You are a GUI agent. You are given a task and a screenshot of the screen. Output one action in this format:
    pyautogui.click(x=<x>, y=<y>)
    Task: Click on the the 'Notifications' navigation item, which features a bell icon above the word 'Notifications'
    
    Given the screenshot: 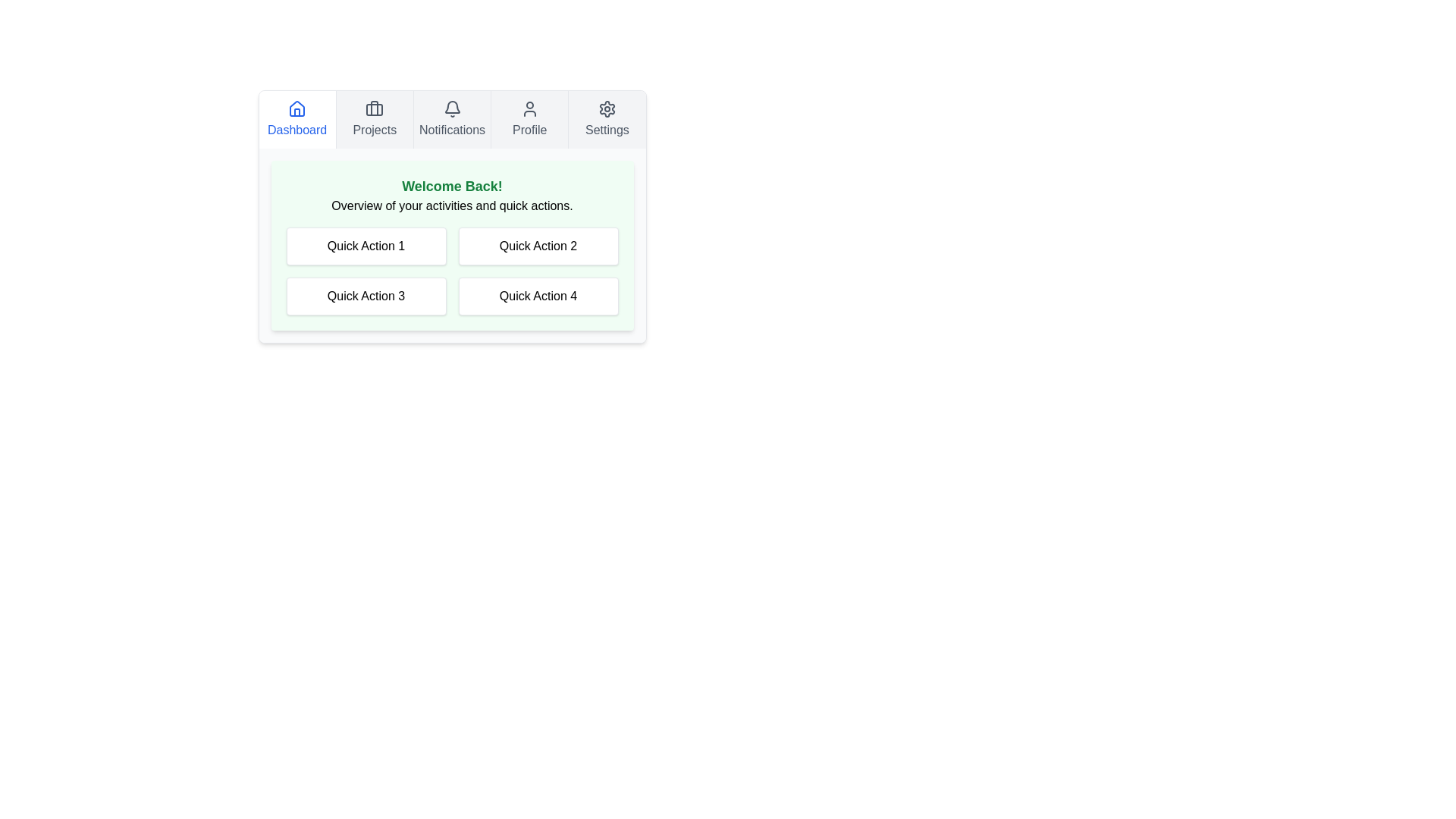 What is the action you would take?
    pyautogui.click(x=451, y=119)
    